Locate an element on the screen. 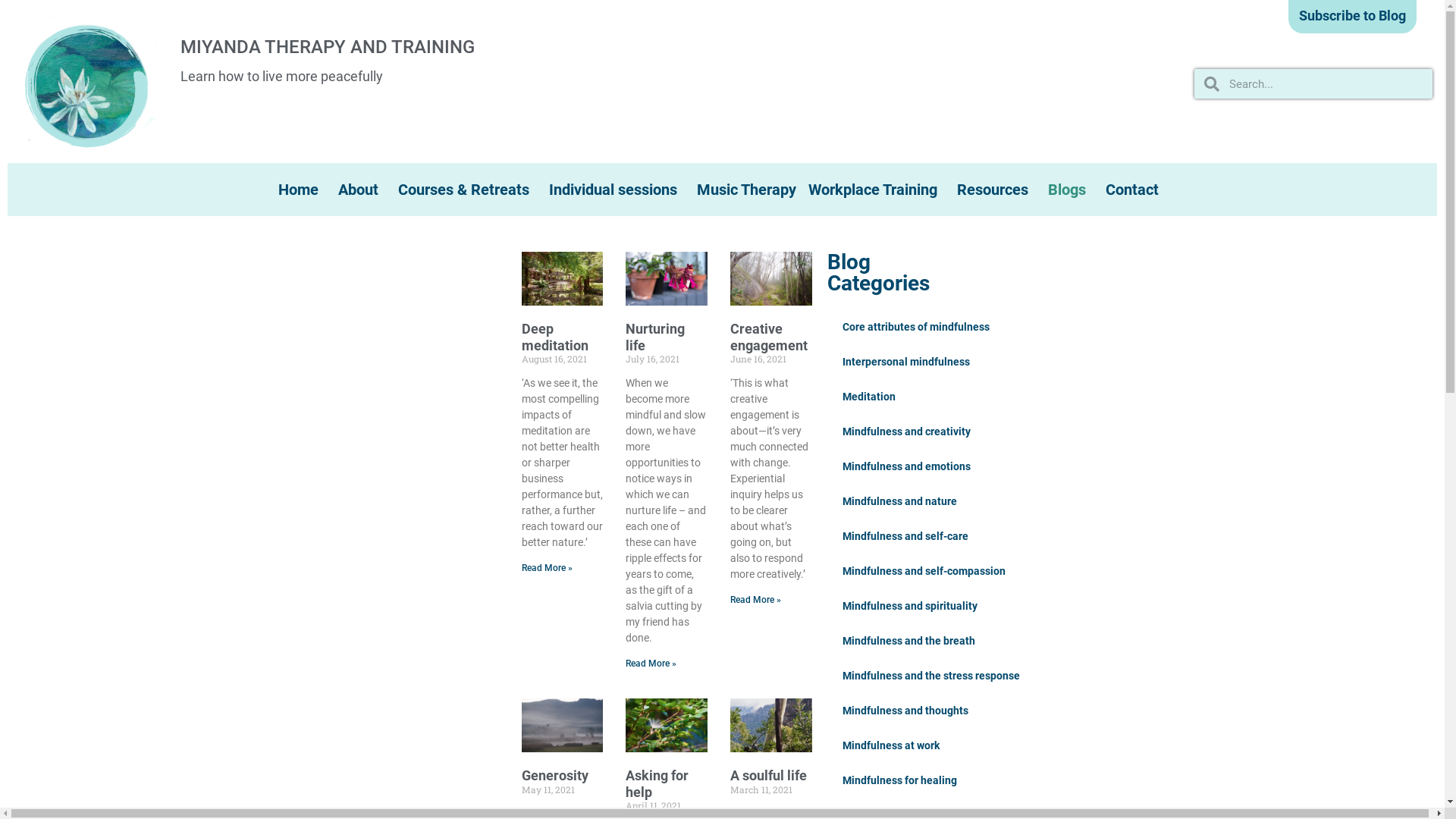 This screenshot has width=1456, height=819. 'Music Therapy' is located at coordinates (746, 189).